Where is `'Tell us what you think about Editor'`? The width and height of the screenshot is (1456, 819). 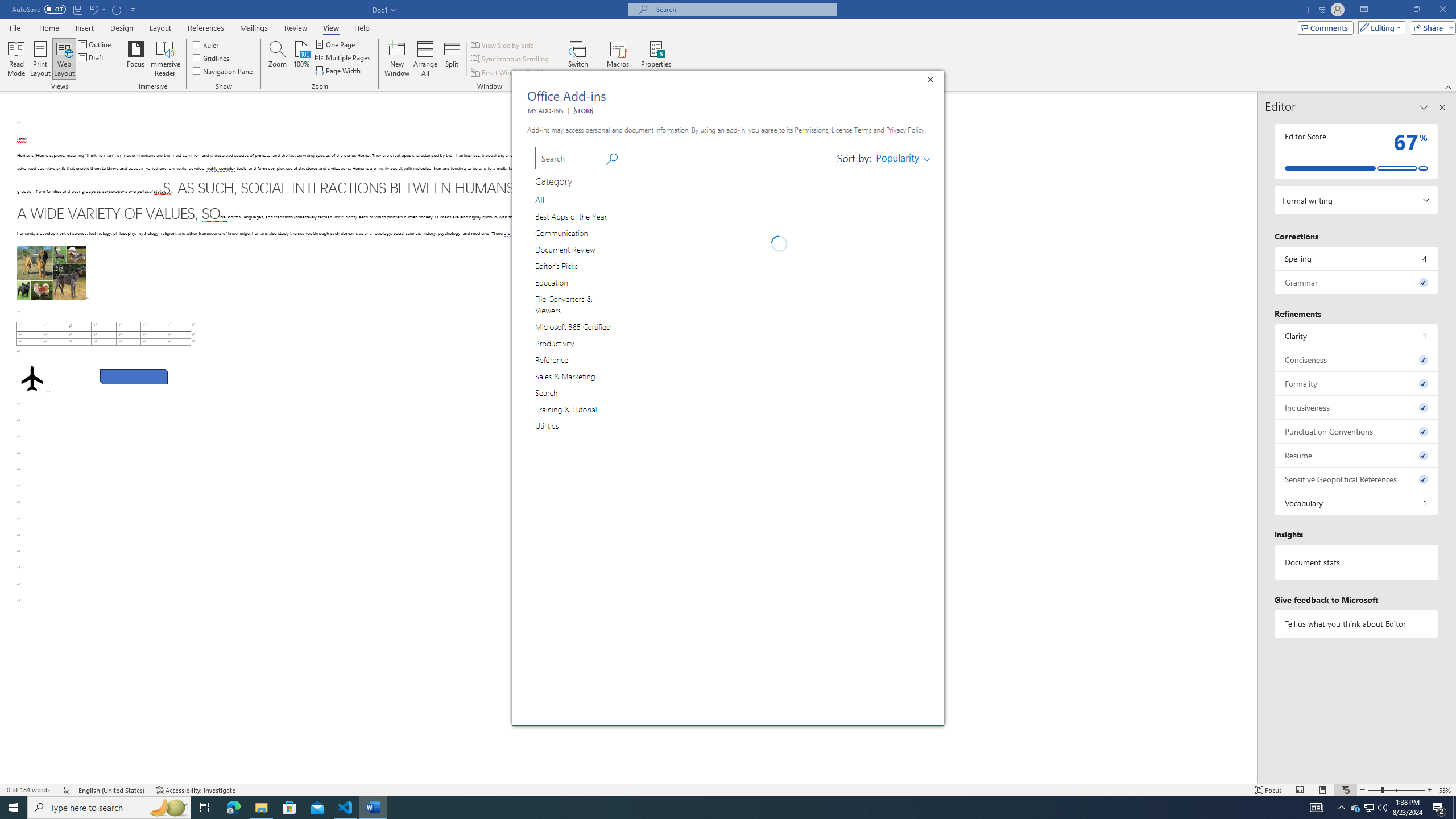 'Tell us what you think about Editor' is located at coordinates (1356, 623).